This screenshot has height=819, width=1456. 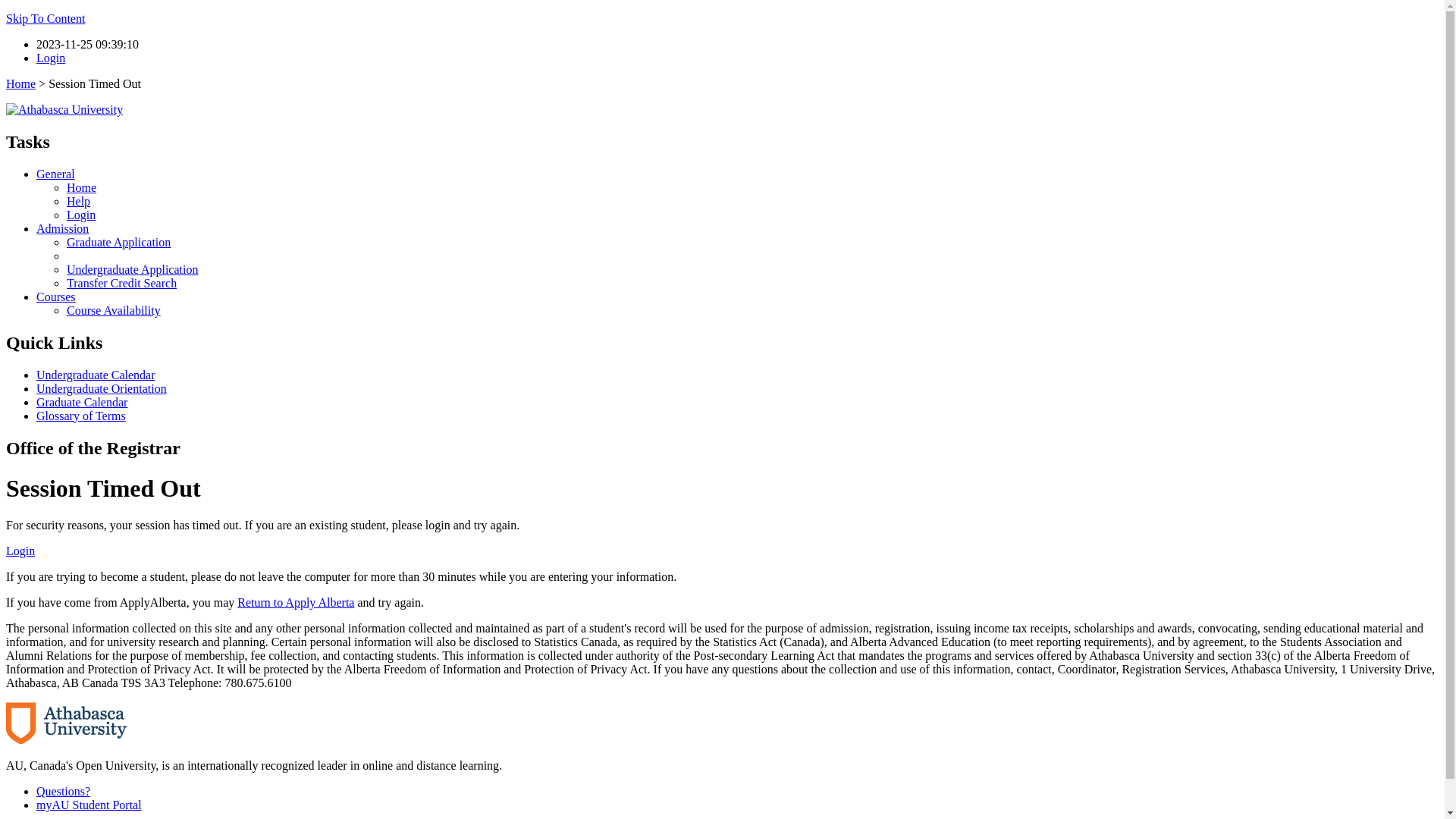 What do you see at coordinates (62, 790) in the screenshot?
I see `'Questions?'` at bounding box center [62, 790].